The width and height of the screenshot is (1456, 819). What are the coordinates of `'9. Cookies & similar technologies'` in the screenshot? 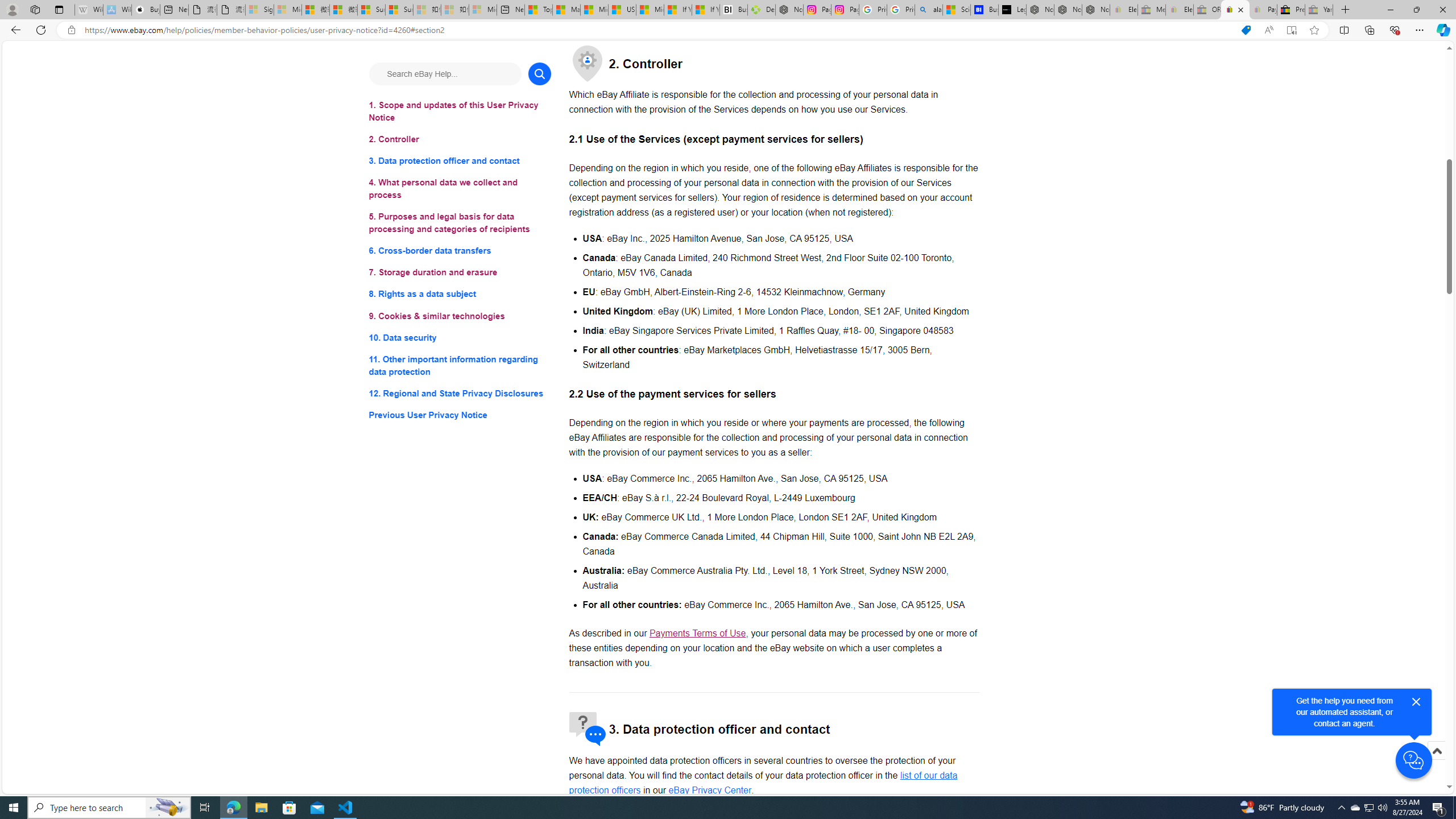 It's located at (459, 316).